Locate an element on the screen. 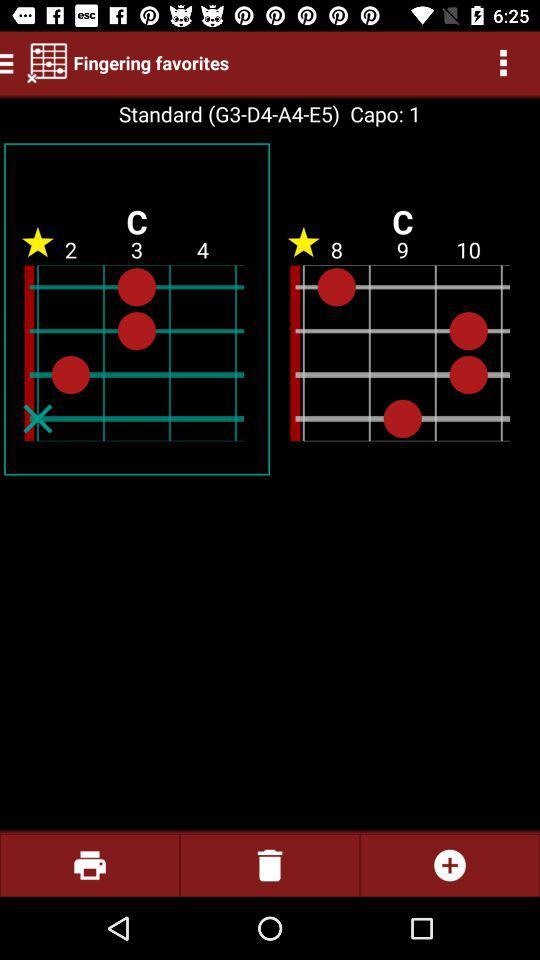 The height and width of the screenshot is (960, 540). icon to the left of the fingering favorites is located at coordinates (47, 62).